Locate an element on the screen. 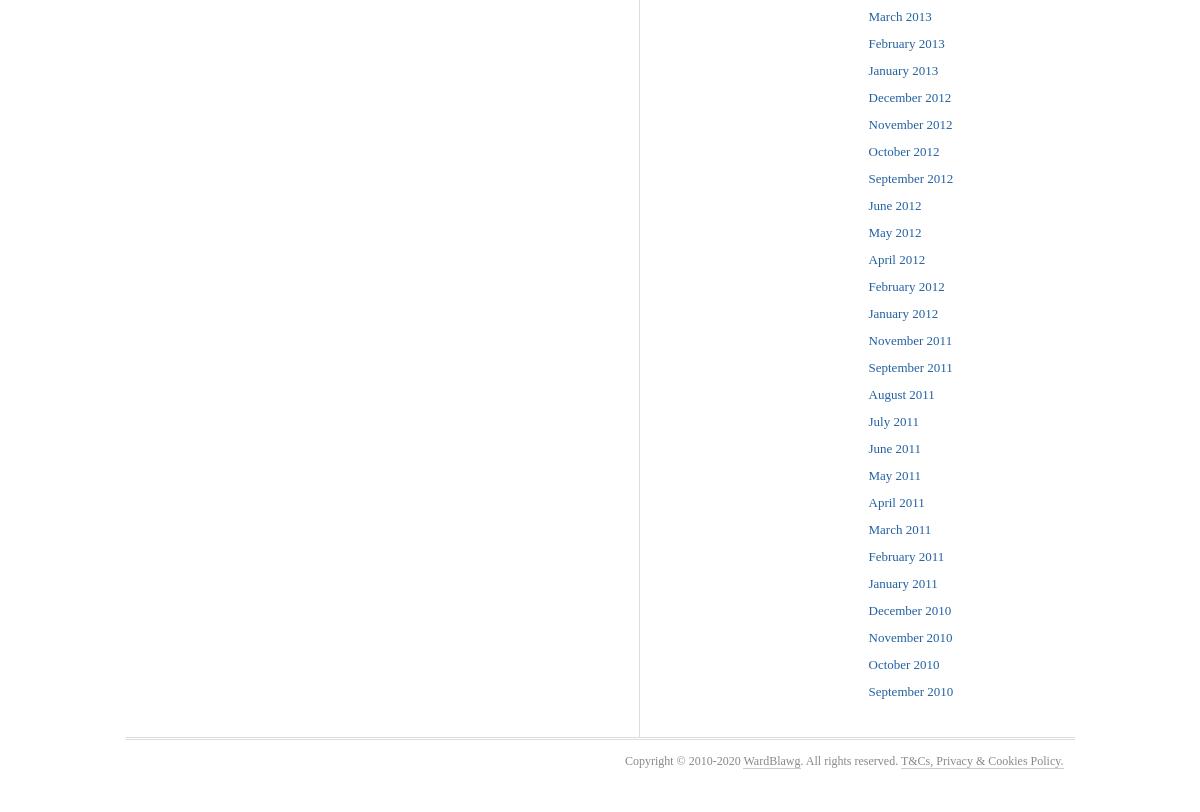 The image size is (1200, 812). '. All rights reserved.' is located at coordinates (799, 760).